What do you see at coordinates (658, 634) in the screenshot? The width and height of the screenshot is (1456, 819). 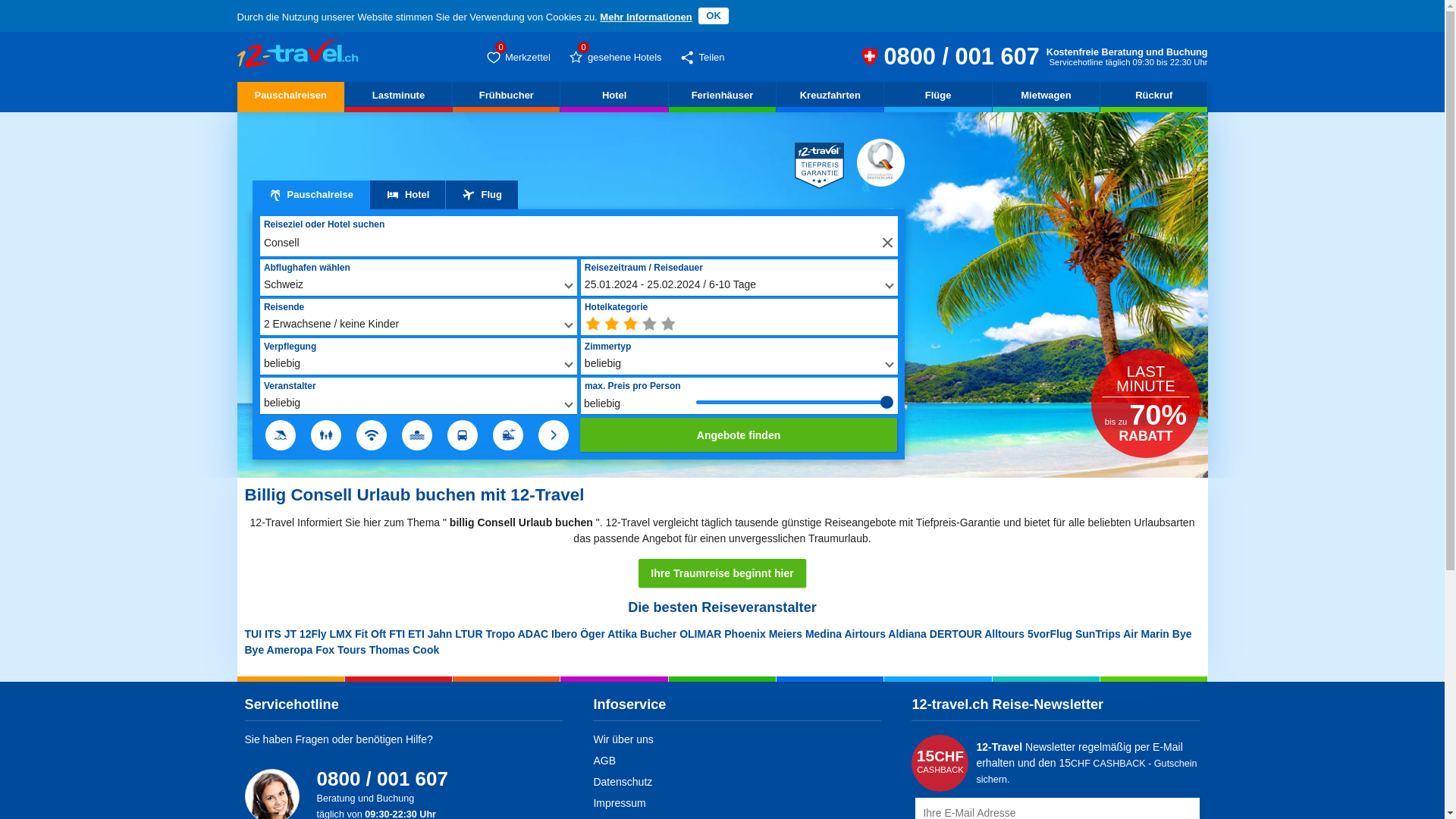 I see `'Bucher'` at bounding box center [658, 634].